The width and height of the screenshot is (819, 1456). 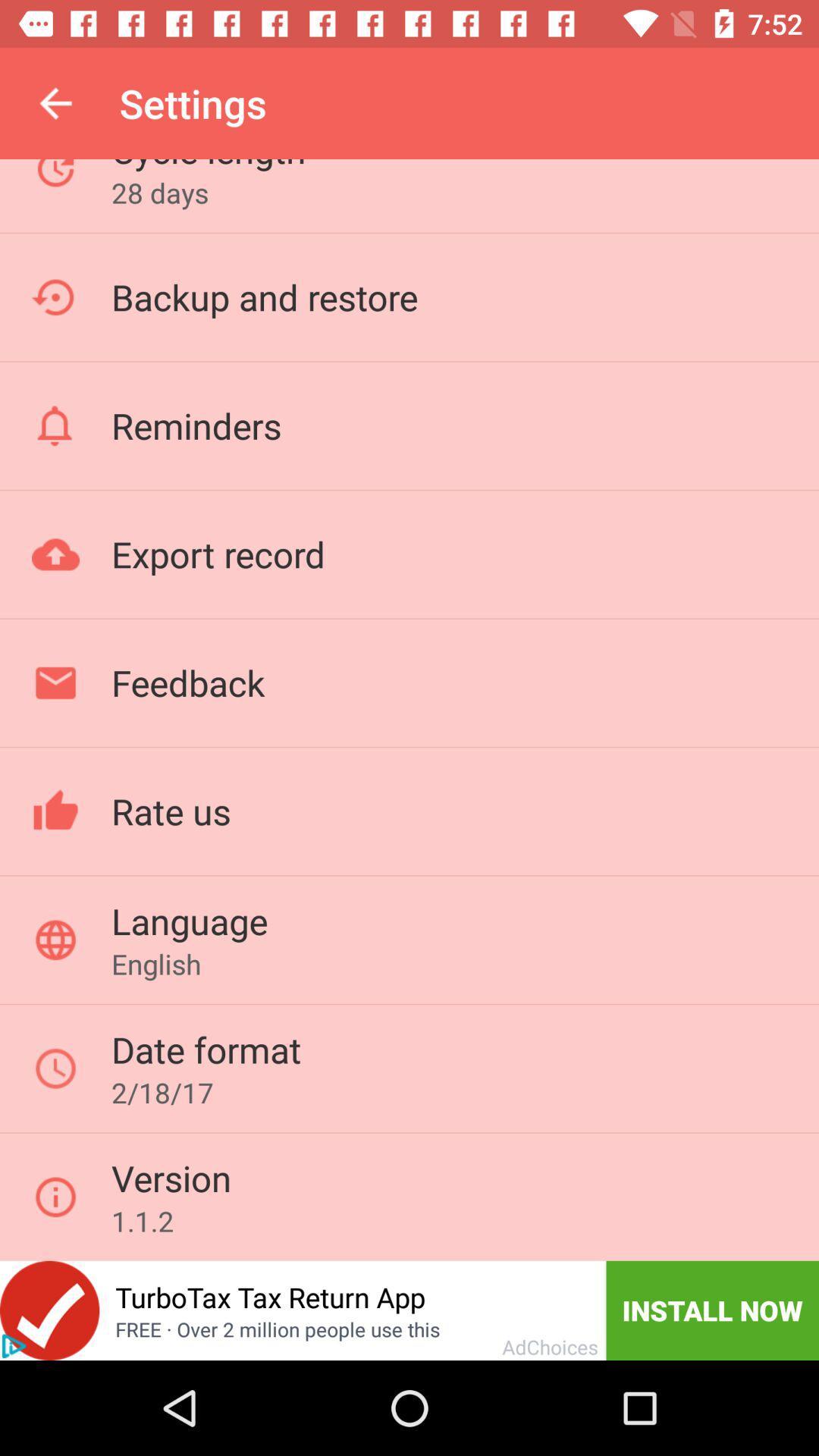 What do you see at coordinates (269, 1296) in the screenshot?
I see `item next to install now` at bounding box center [269, 1296].